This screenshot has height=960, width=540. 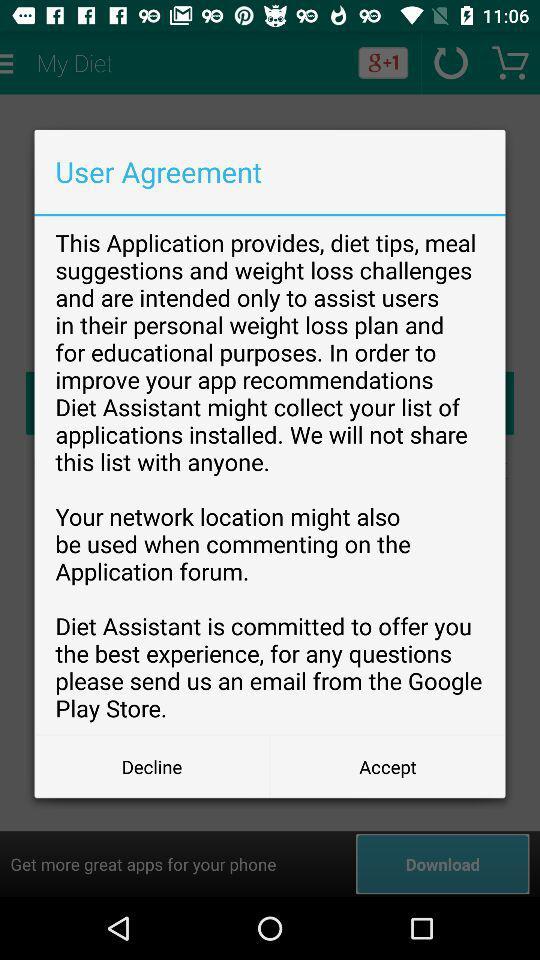 I want to click on app below this application provides, so click(x=387, y=765).